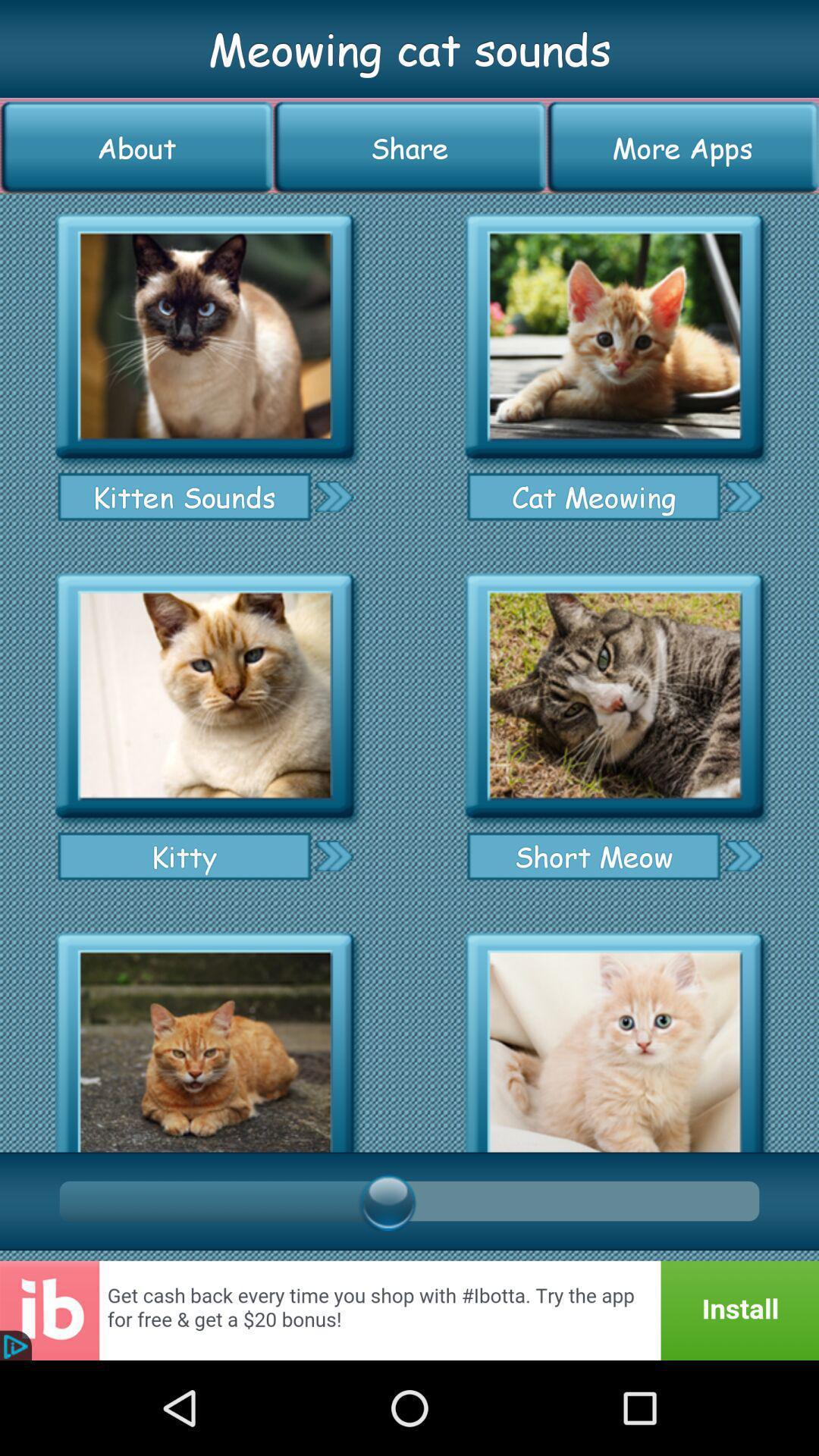 This screenshot has width=819, height=1456. What do you see at coordinates (614, 336) in the screenshot?
I see `share the article` at bounding box center [614, 336].